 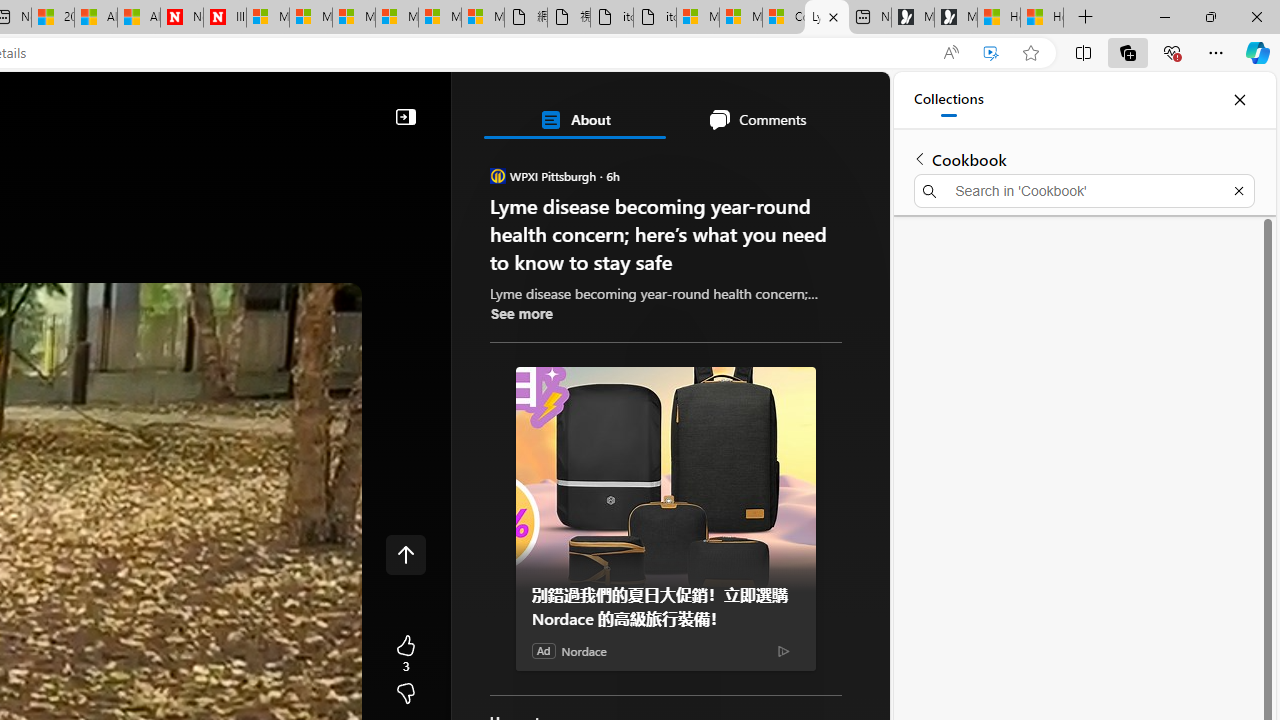 I want to click on 'Class: control icon-only', so click(x=405, y=555).